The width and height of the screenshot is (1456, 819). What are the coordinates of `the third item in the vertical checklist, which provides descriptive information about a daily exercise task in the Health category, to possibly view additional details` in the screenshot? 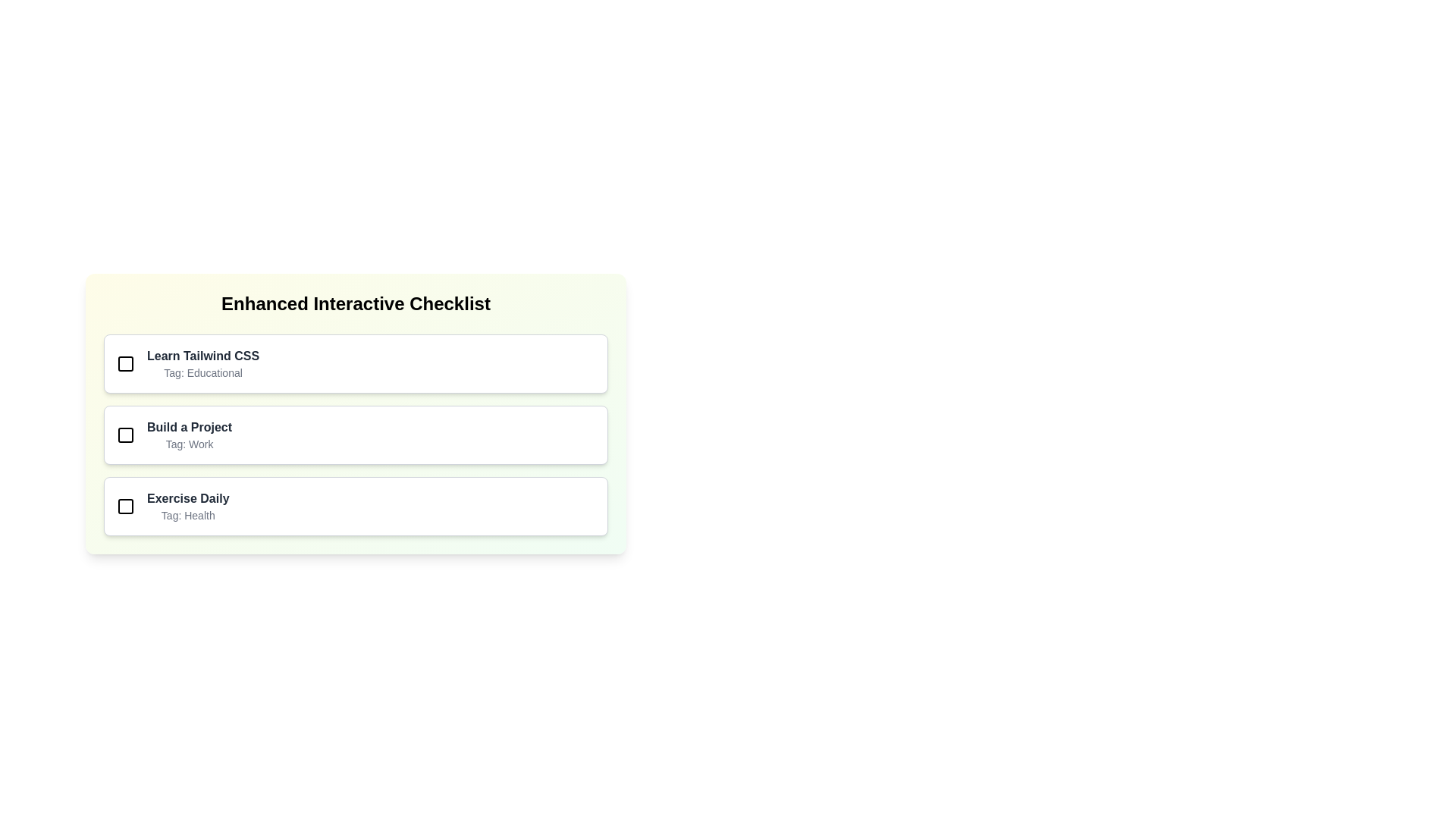 It's located at (187, 506).